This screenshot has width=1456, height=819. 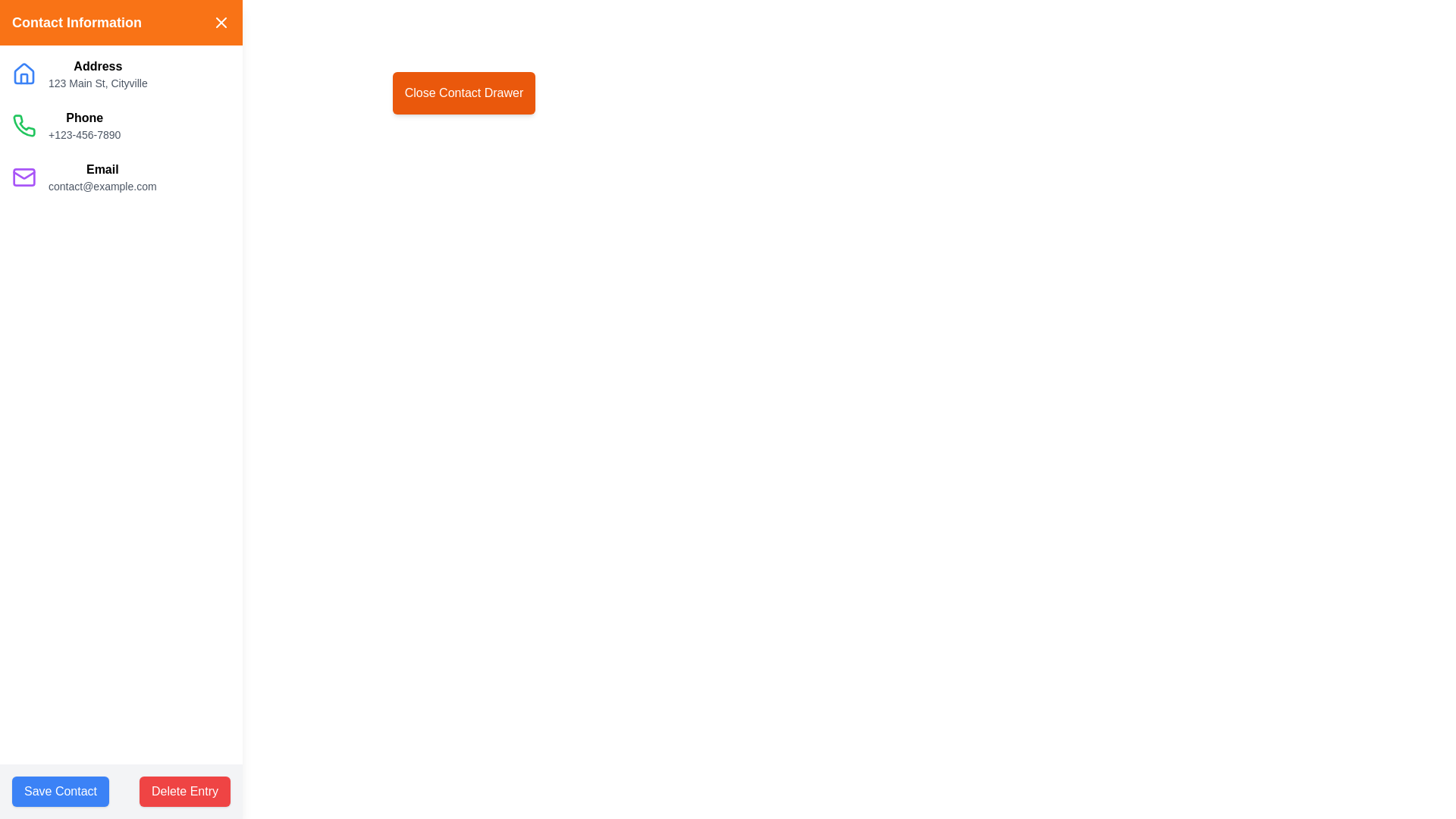 I want to click on the 'Phone' text element which displays the phone number '+123-456-7890', located under the 'Contact Information' heading, between 'Address' and 'Email', so click(x=83, y=124).